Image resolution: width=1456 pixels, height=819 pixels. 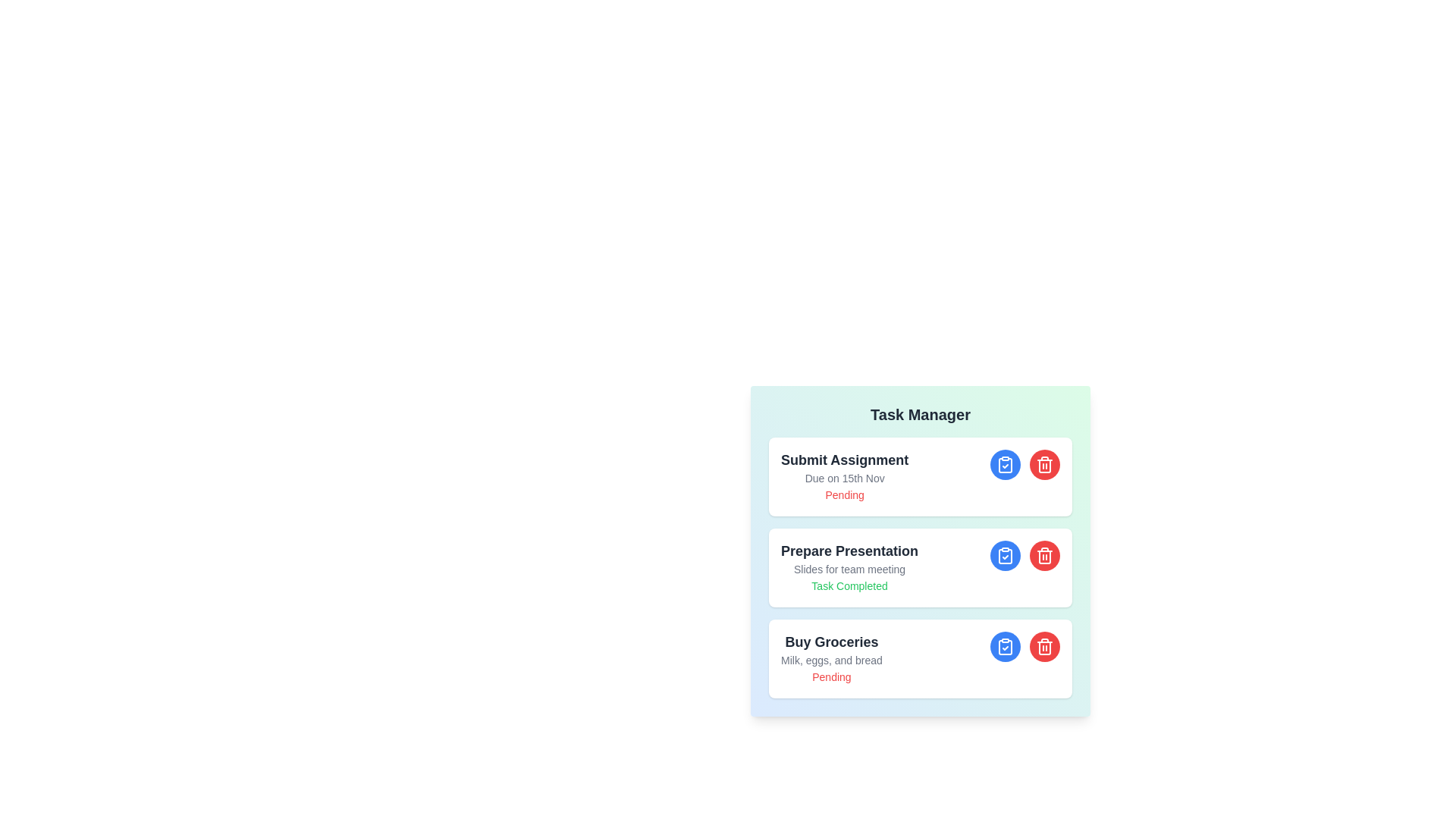 I want to click on delete button for the task titled Buy Groceries, so click(x=1043, y=646).